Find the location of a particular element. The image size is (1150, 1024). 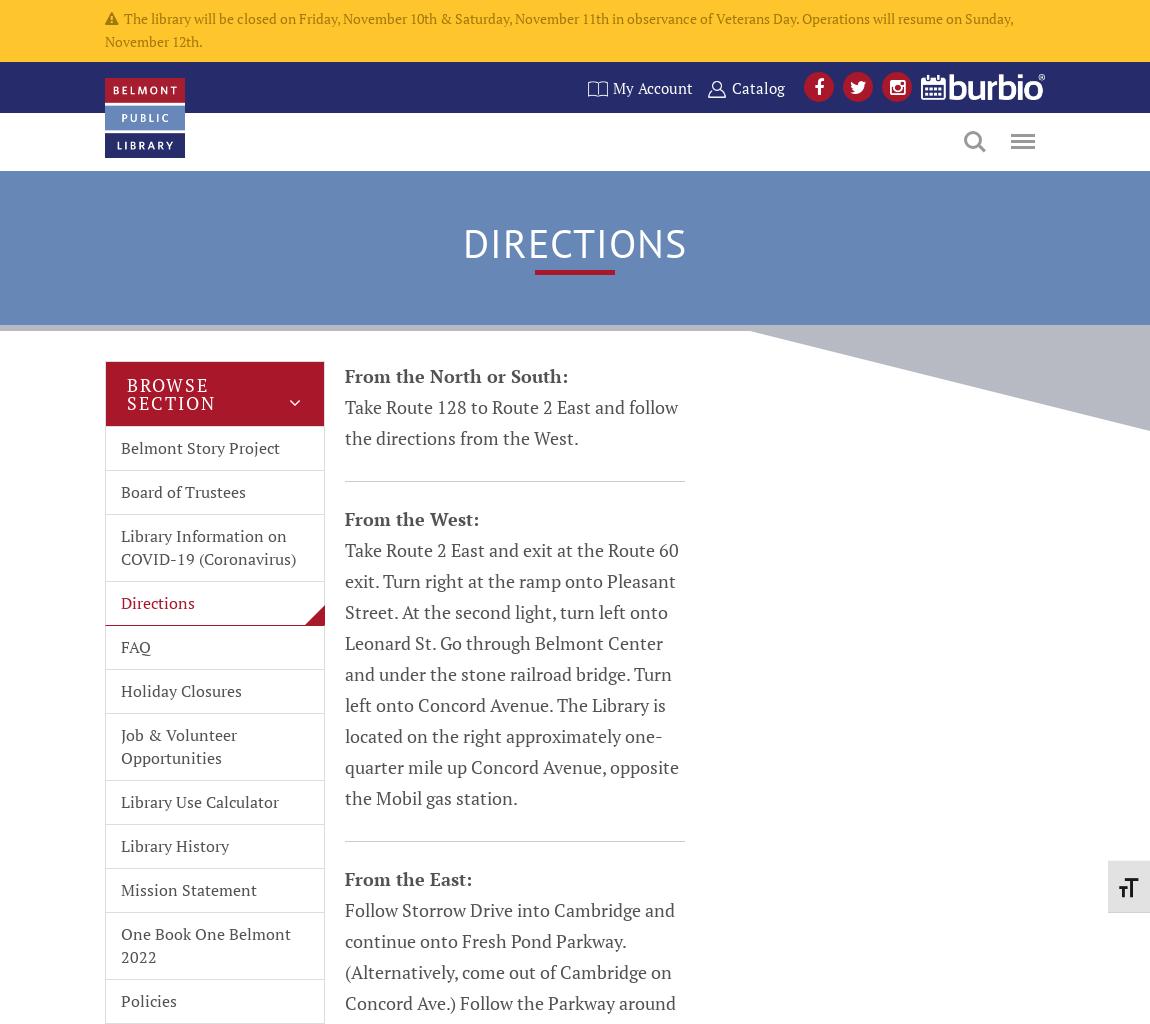

'Take Route 2 East and exit at the Route 60 exit. Turn right at the ramp onto Pleasant Street. At the second light, turn left onto Leonard St. Go through Belmont Center and under the stone railroad bridge. Turn left onto Concord Avenue. The Library is located on the right approximately one-quarter mile up Concord Avenue, opposite the Mobil gas station.' is located at coordinates (511, 671).